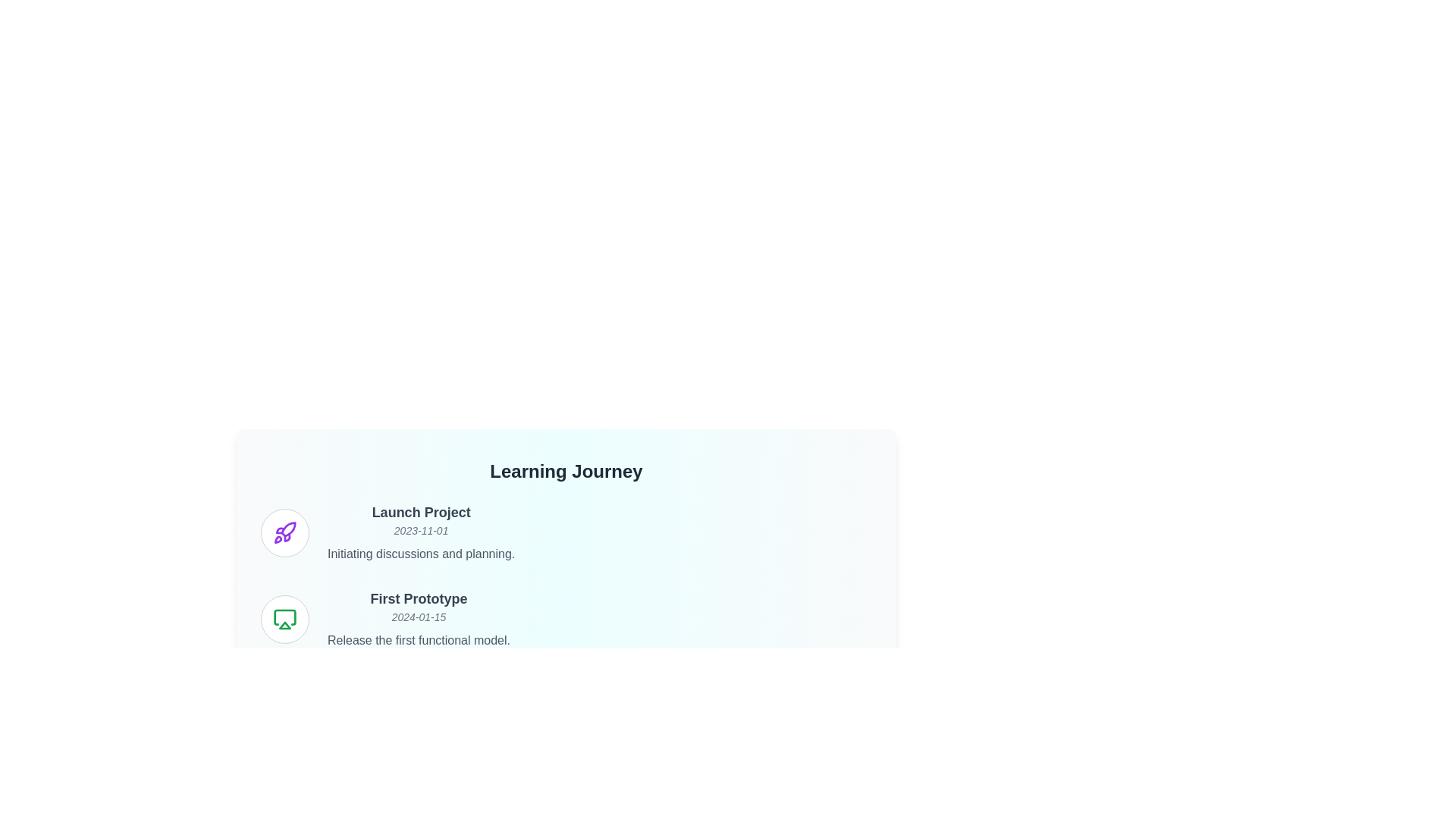  Describe the element at coordinates (284, 620) in the screenshot. I see `the 'First Prototype' milestone icon to obtain details` at that location.